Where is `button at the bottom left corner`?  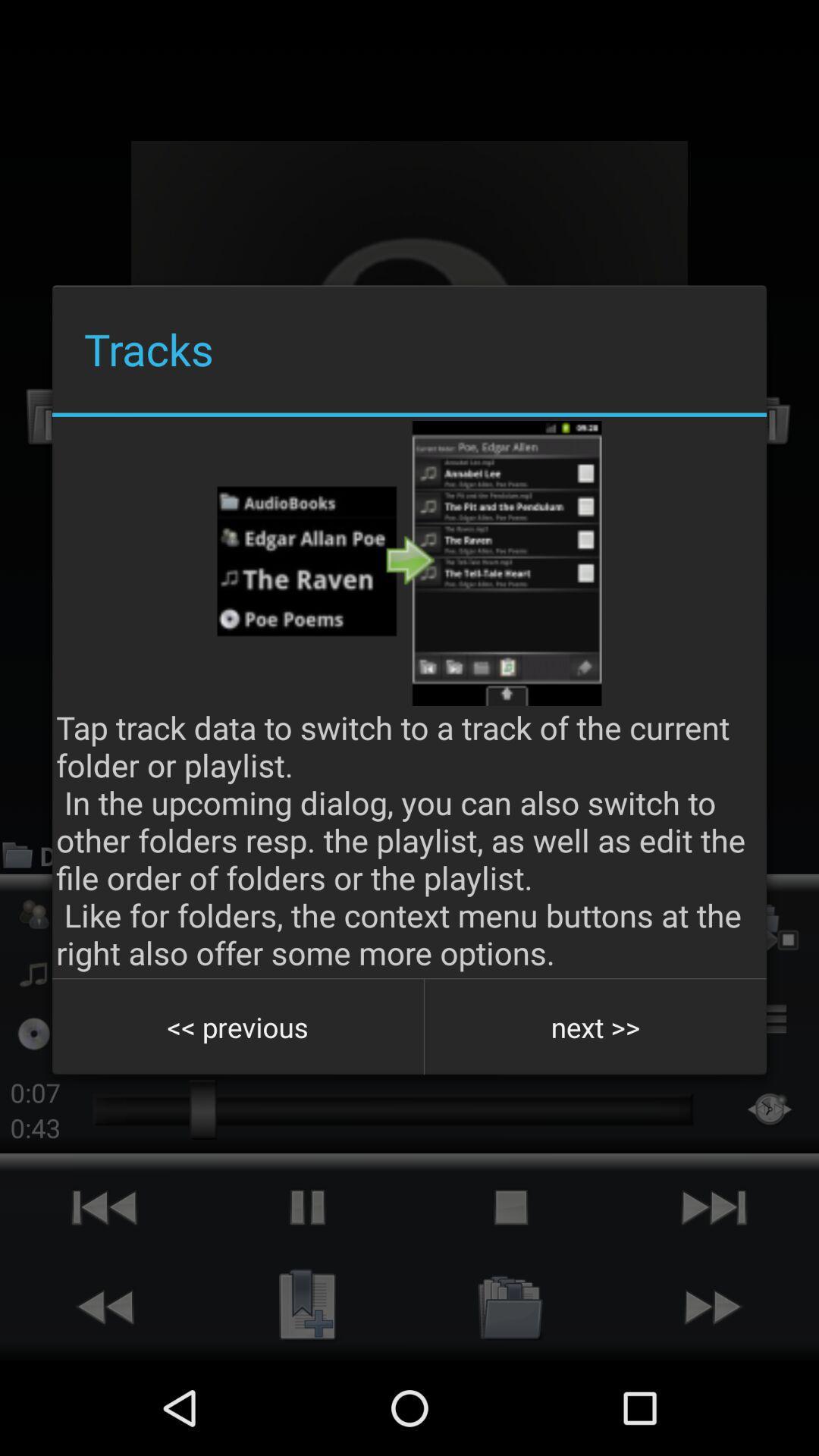
button at the bottom left corner is located at coordinates (237, 1027).